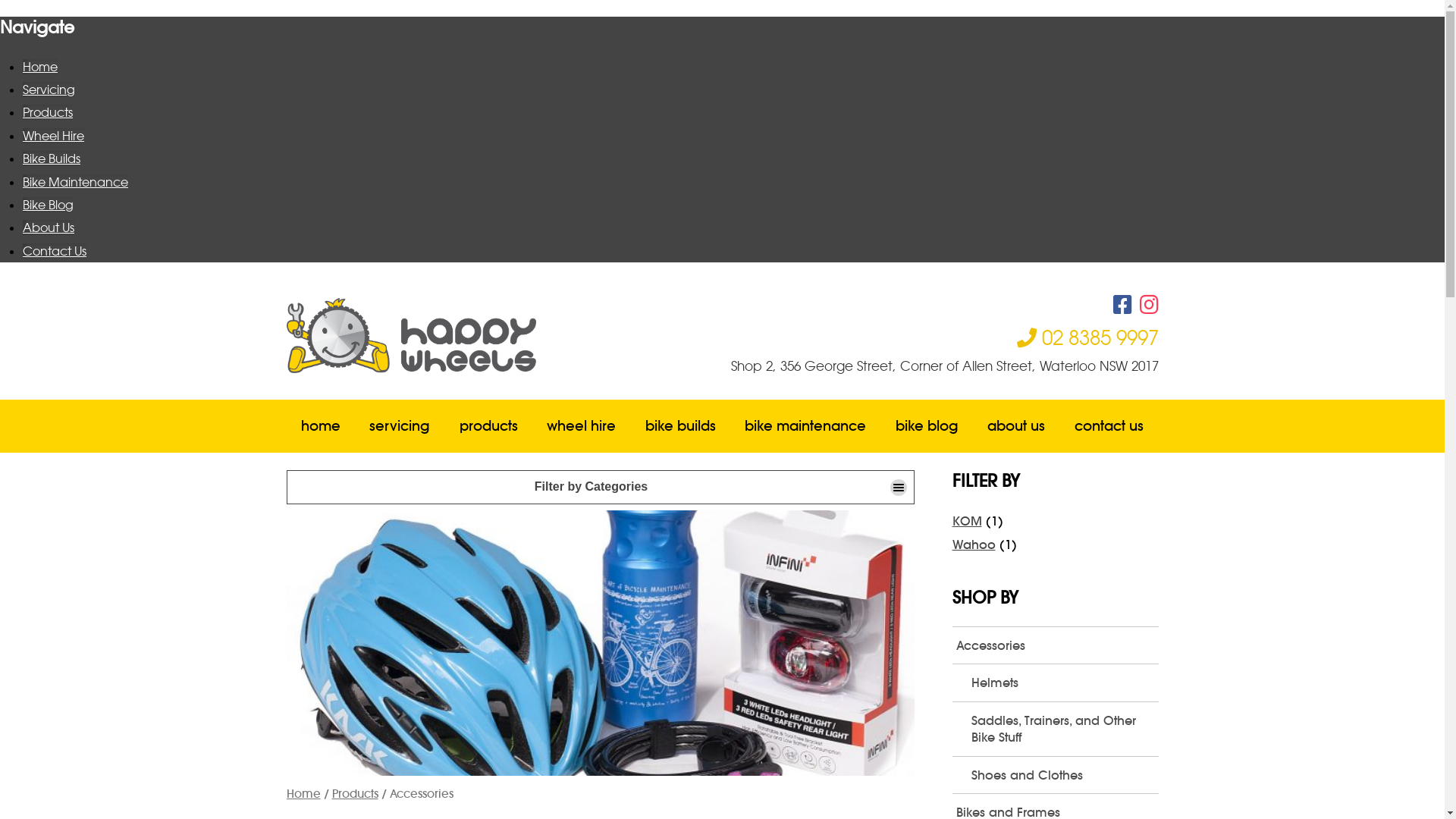 This screenshot has height=819, width=1456. Describe the element at coordinates (1062, 775) in the screenshot. I see `'Shoes and Clothes'` at that location.